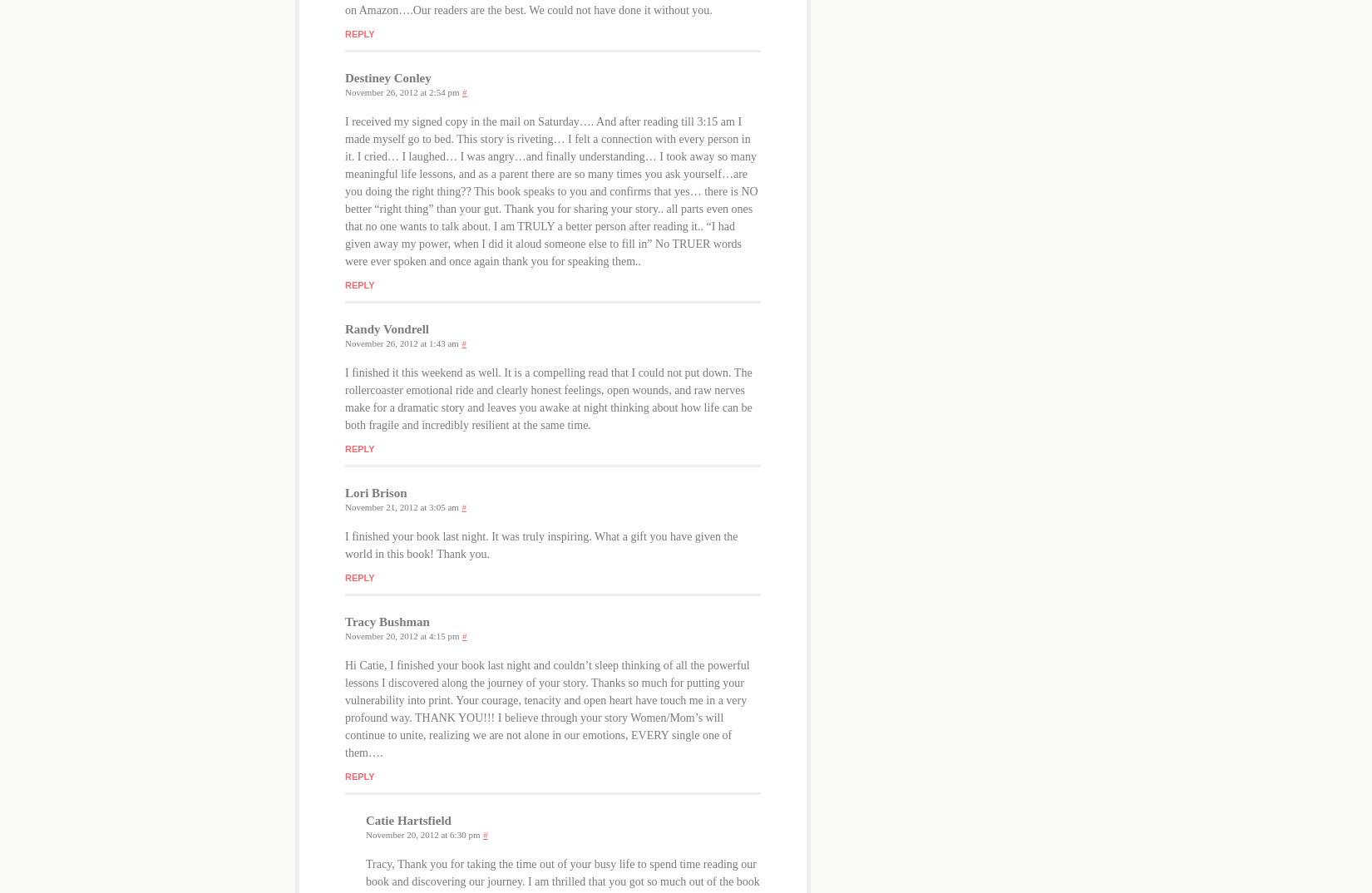 Image resolution: width=1372 pixels, height=893 pixels. Describe the element at coordinates (546, 708) in the screenshot. I see `'Hi Catie, I finished your book last night and couldn’t sleep thinking of all the powerful lessons I discovered along the journey of your story.  Thanks so much for putting your vulnerability into print.  Your courage, tenacity and open heart have touch me in a very profound way.  THANK YOU!!!   I believe through your story Women/Mom’s will continue to unite, realizing we are not alone in our emotions, EVERY single one of them….'` at that location.